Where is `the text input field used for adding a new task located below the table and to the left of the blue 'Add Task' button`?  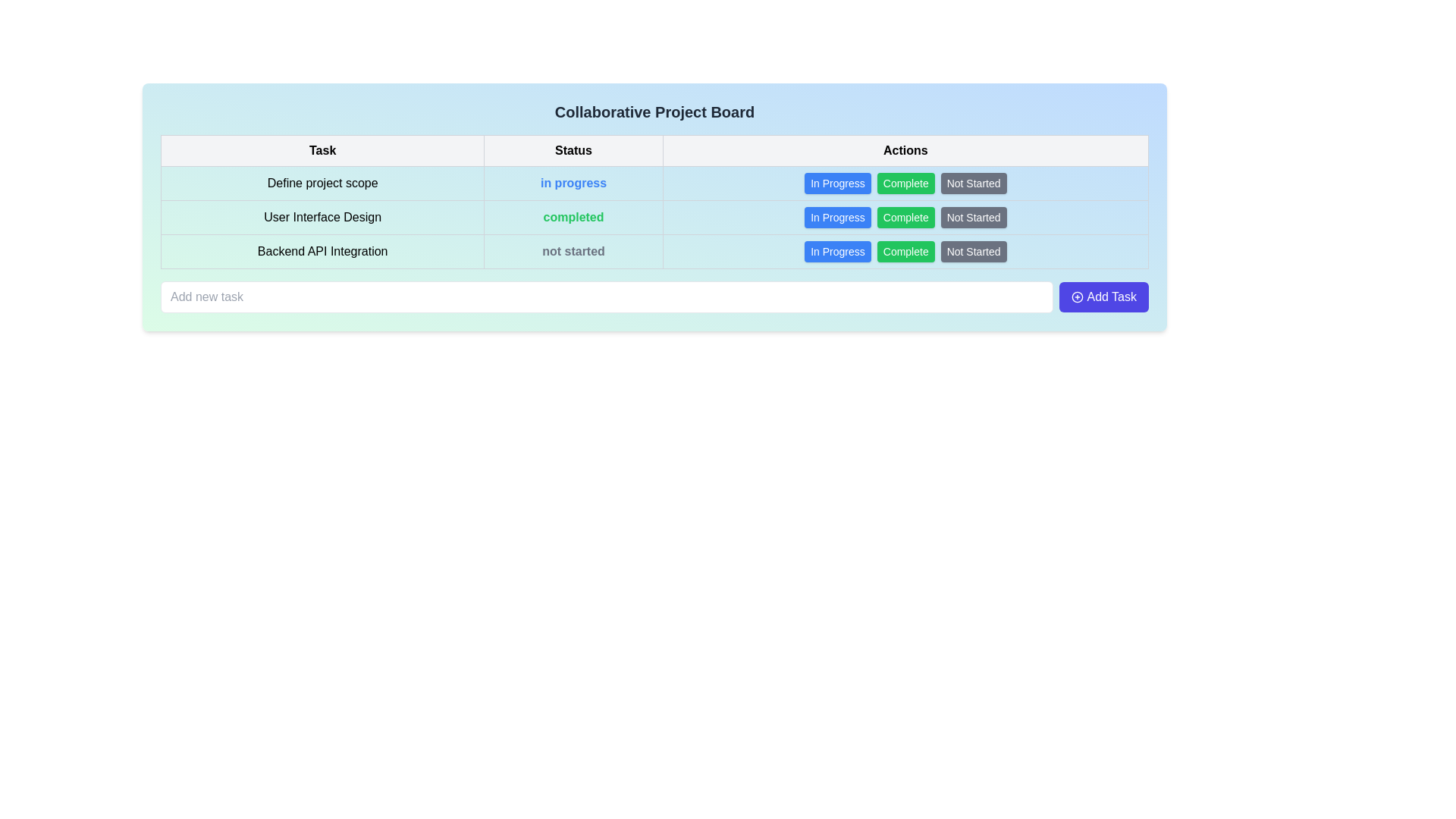
the text input field used for adding a new task located below the table and to the left of the blue 'Add Task' button is located at coordinates (607, 297).